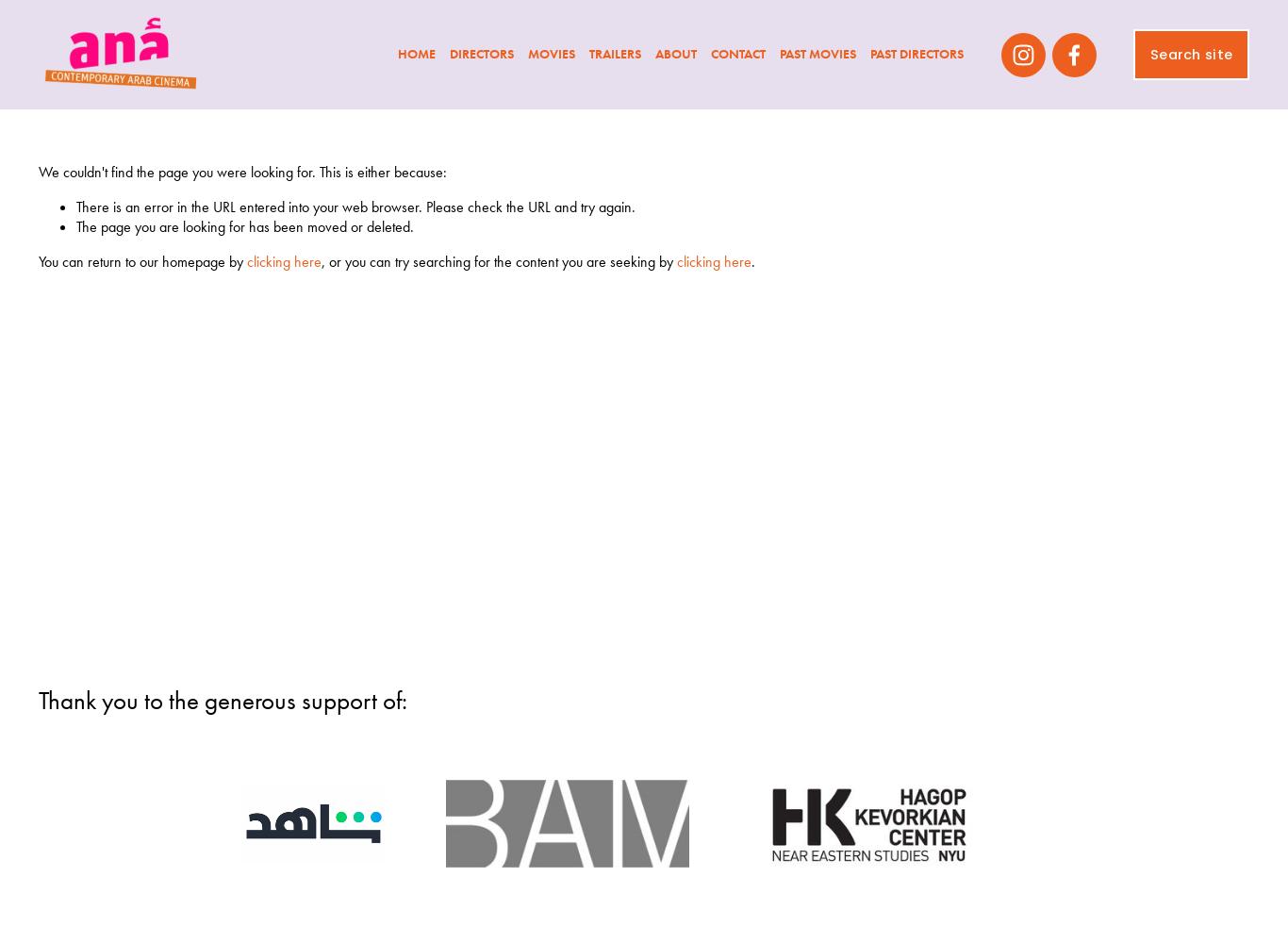  What do you see at coordinates (241, 172) in the screenshot?
I see `'We couldn't find the page you were looking for. This is either because:'` at bounding box center [241, 172].